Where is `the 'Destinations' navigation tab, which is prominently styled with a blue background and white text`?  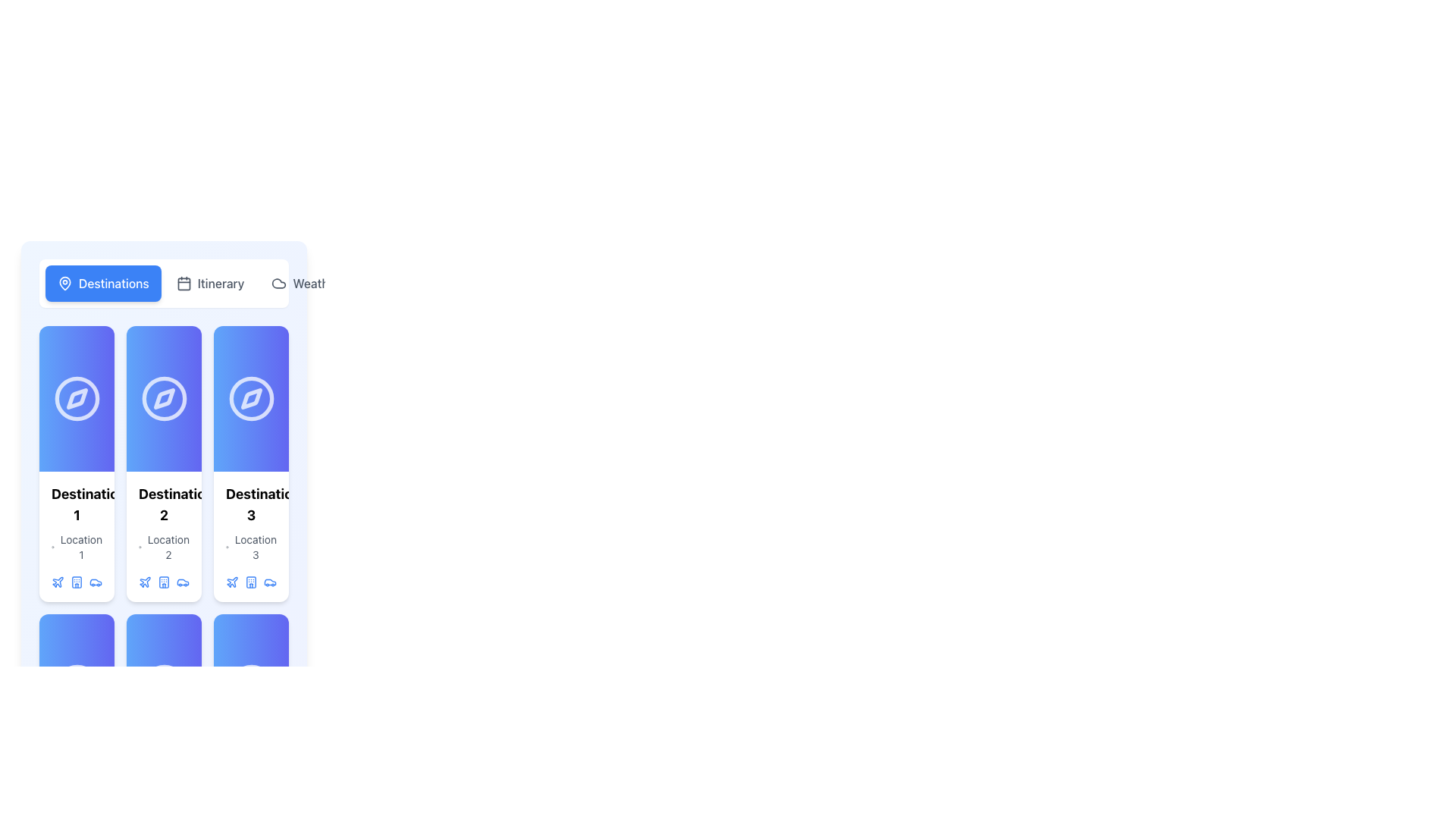
the 'Destinations' navigation tab, which is prominently styled with a blue background and white text is located at coordinates (164, 284).